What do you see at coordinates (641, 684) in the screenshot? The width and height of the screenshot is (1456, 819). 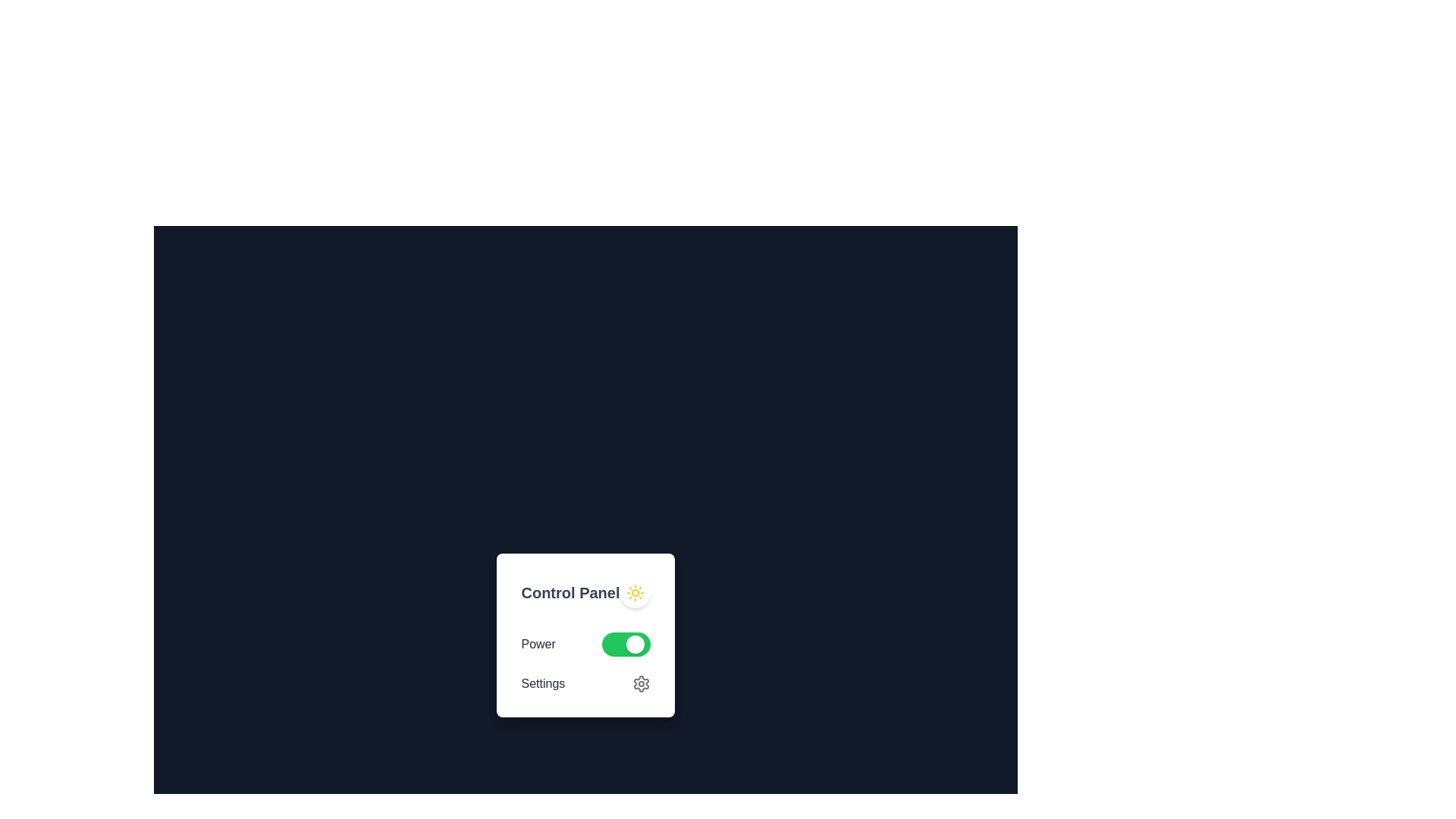 I see `the settings icon located in the bottom-right corner of the Control Panel interface` at bounding box center [641, 684].